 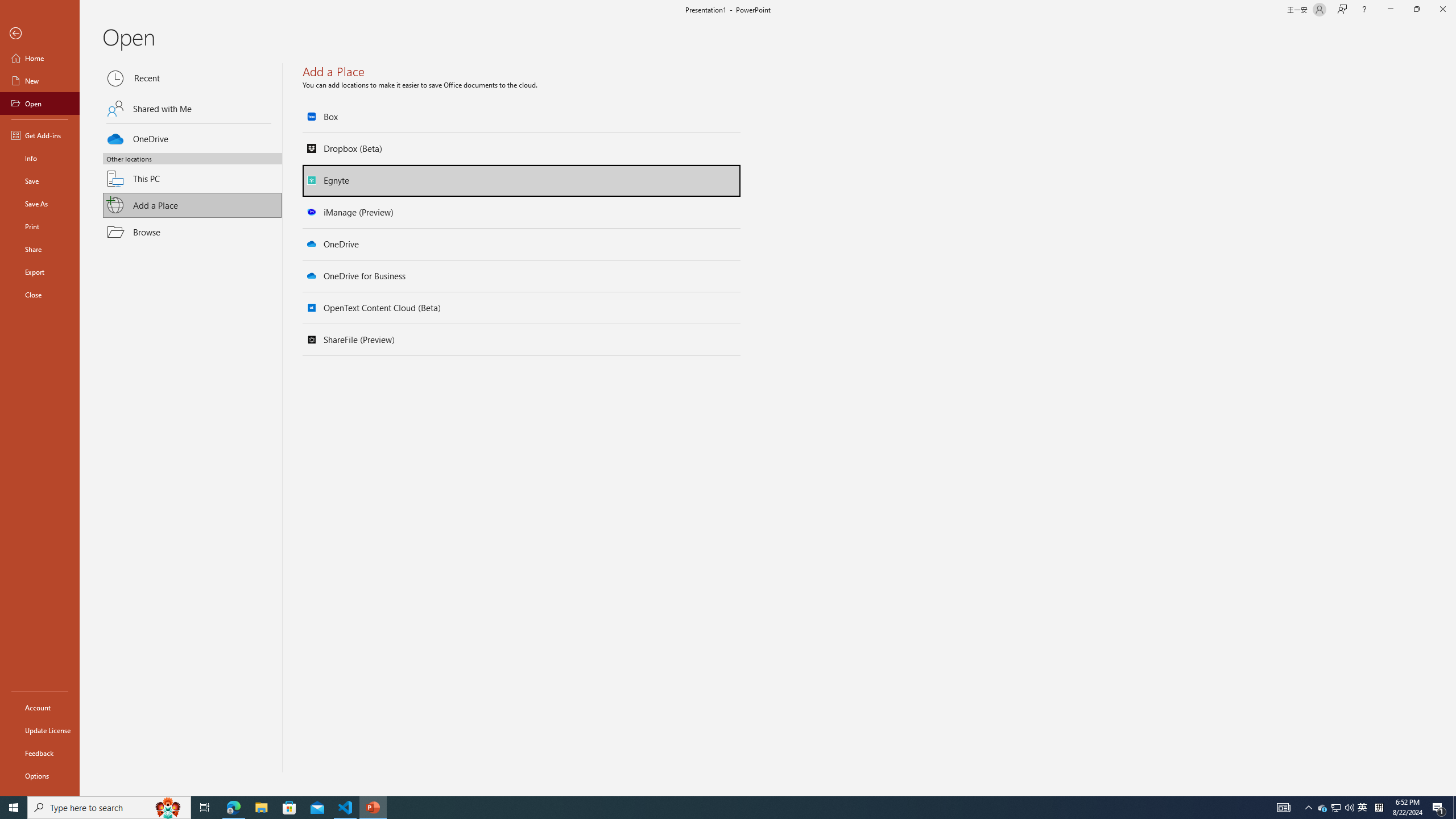 I want to click on 'This PC', so click(x=192, y=172).